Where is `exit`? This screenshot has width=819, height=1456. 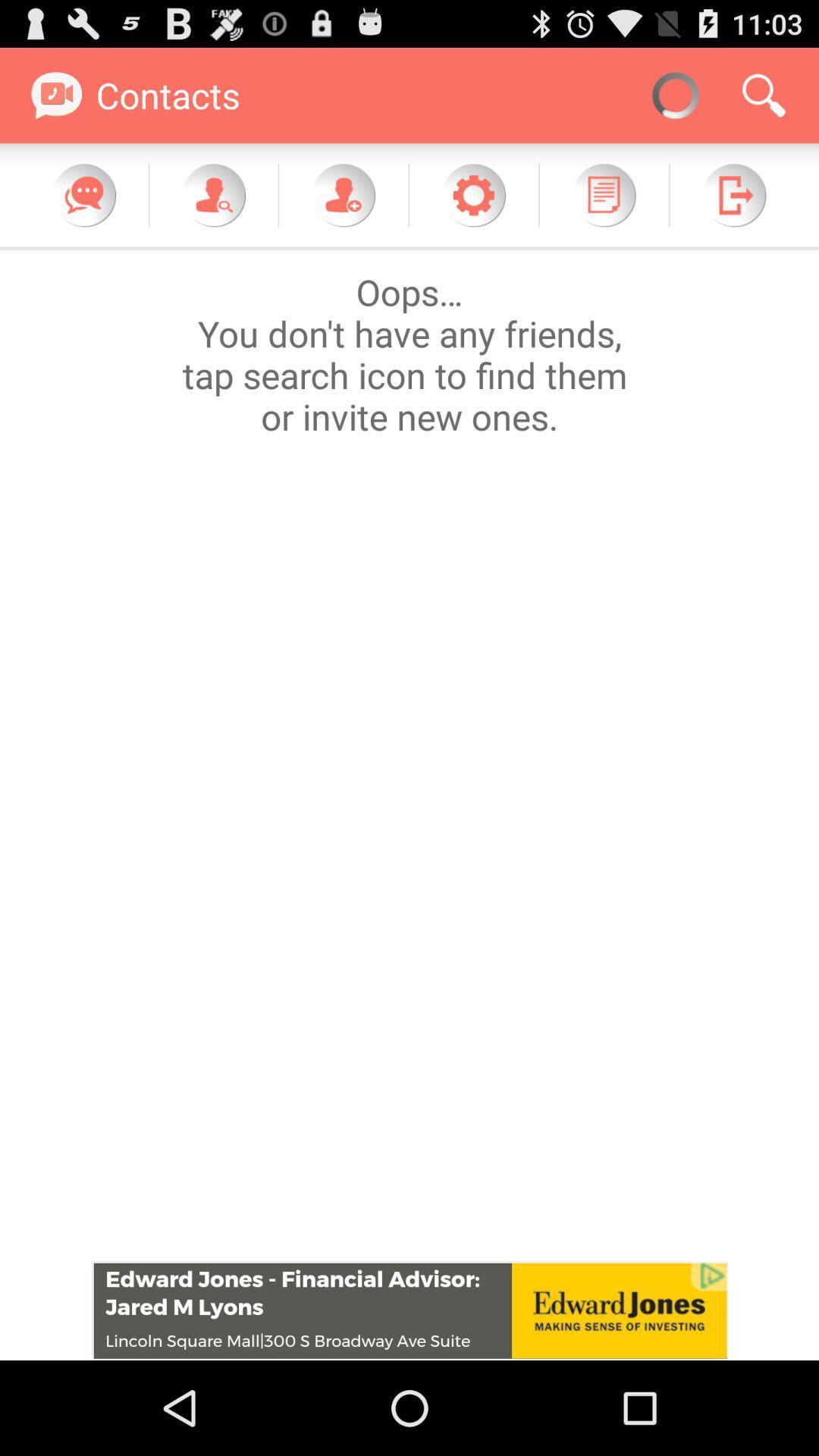 exit is located at coordinates (733, 194).